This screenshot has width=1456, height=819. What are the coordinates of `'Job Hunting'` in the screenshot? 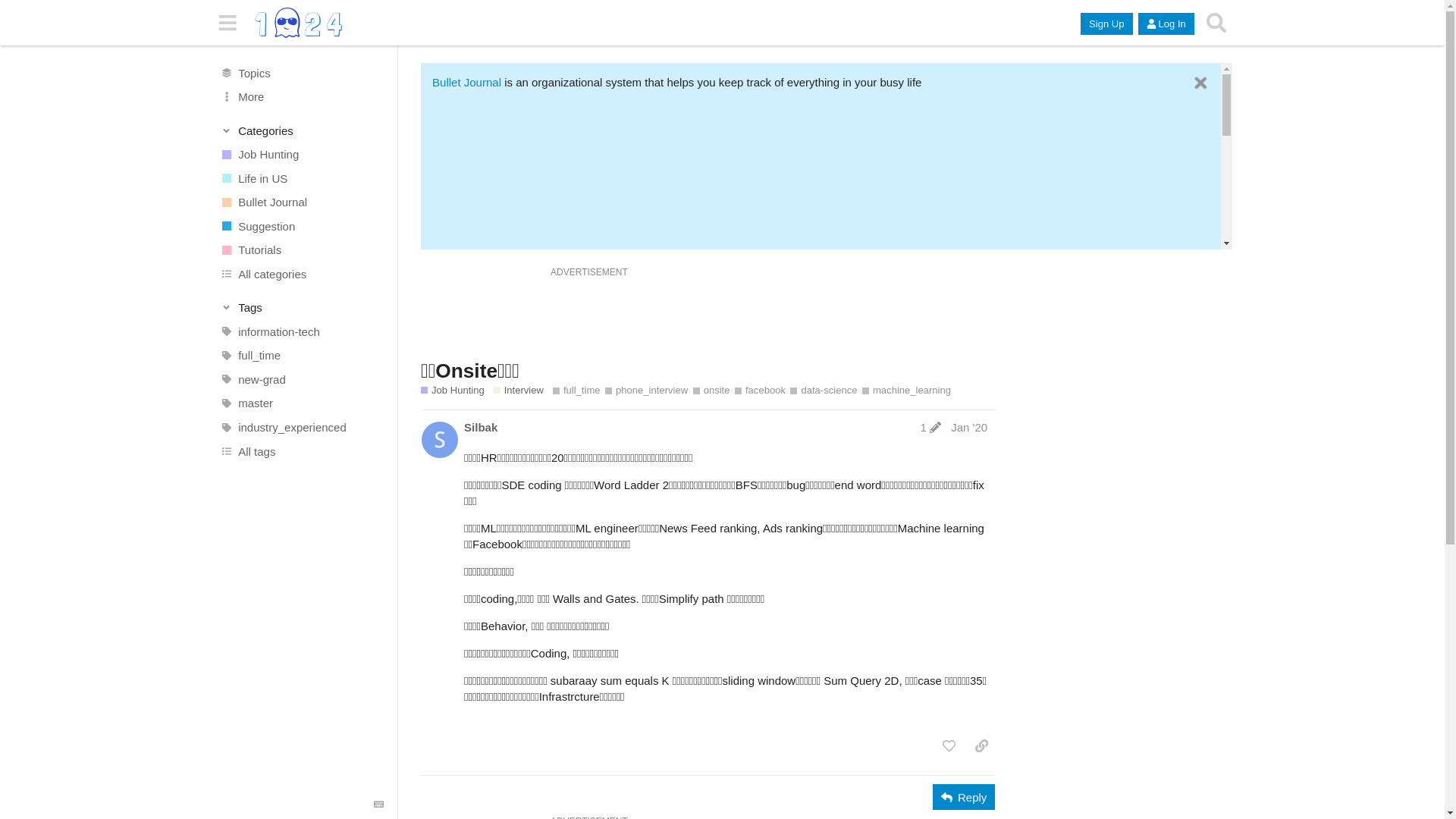 It's located at (301, 155).